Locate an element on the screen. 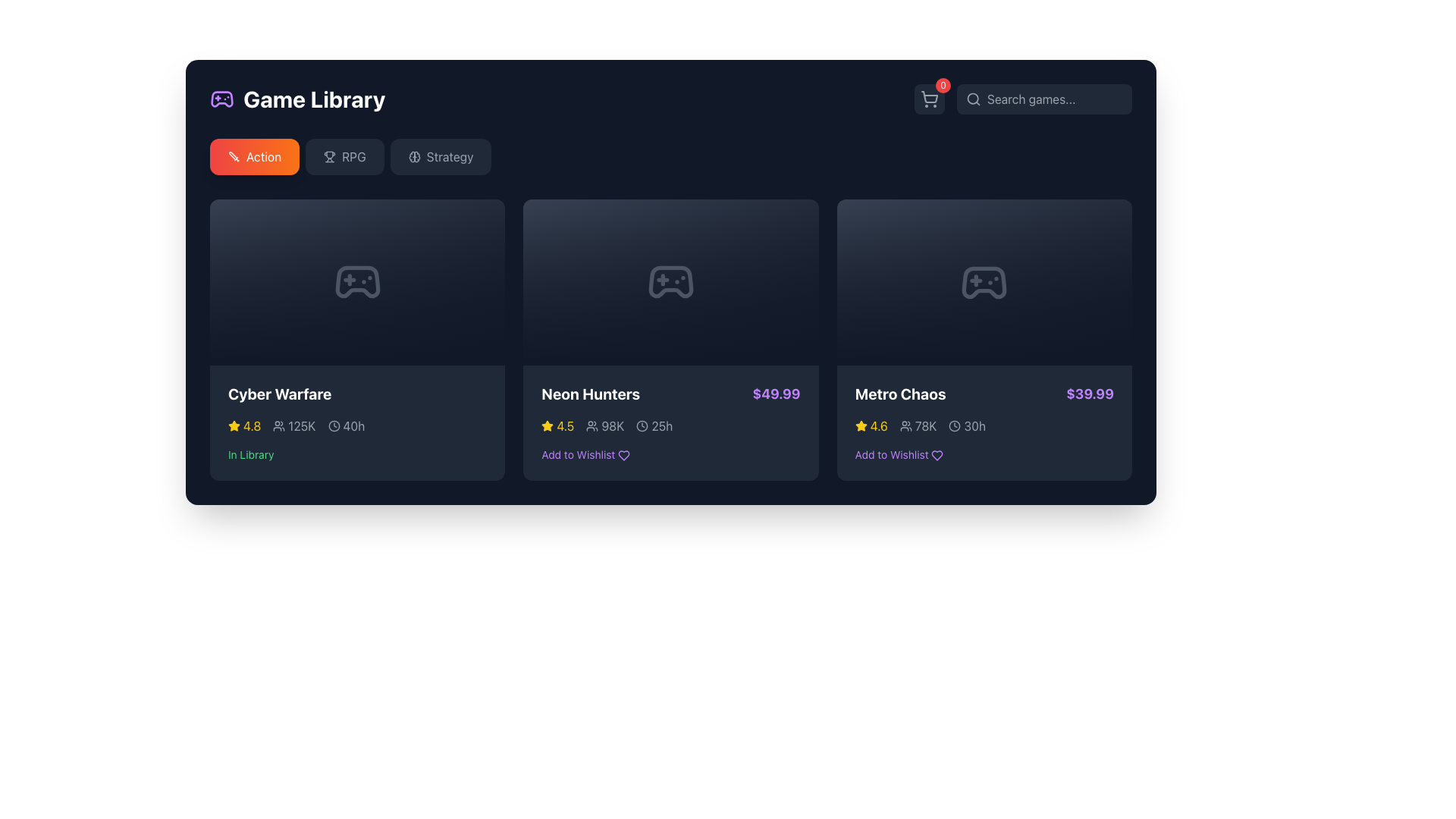 This screenshot has width=1456, height=819. the text label that serves as the title of the game in the first card of the horizontally aligned set of three cards in the game library interface is located at coordinates (280, 394).